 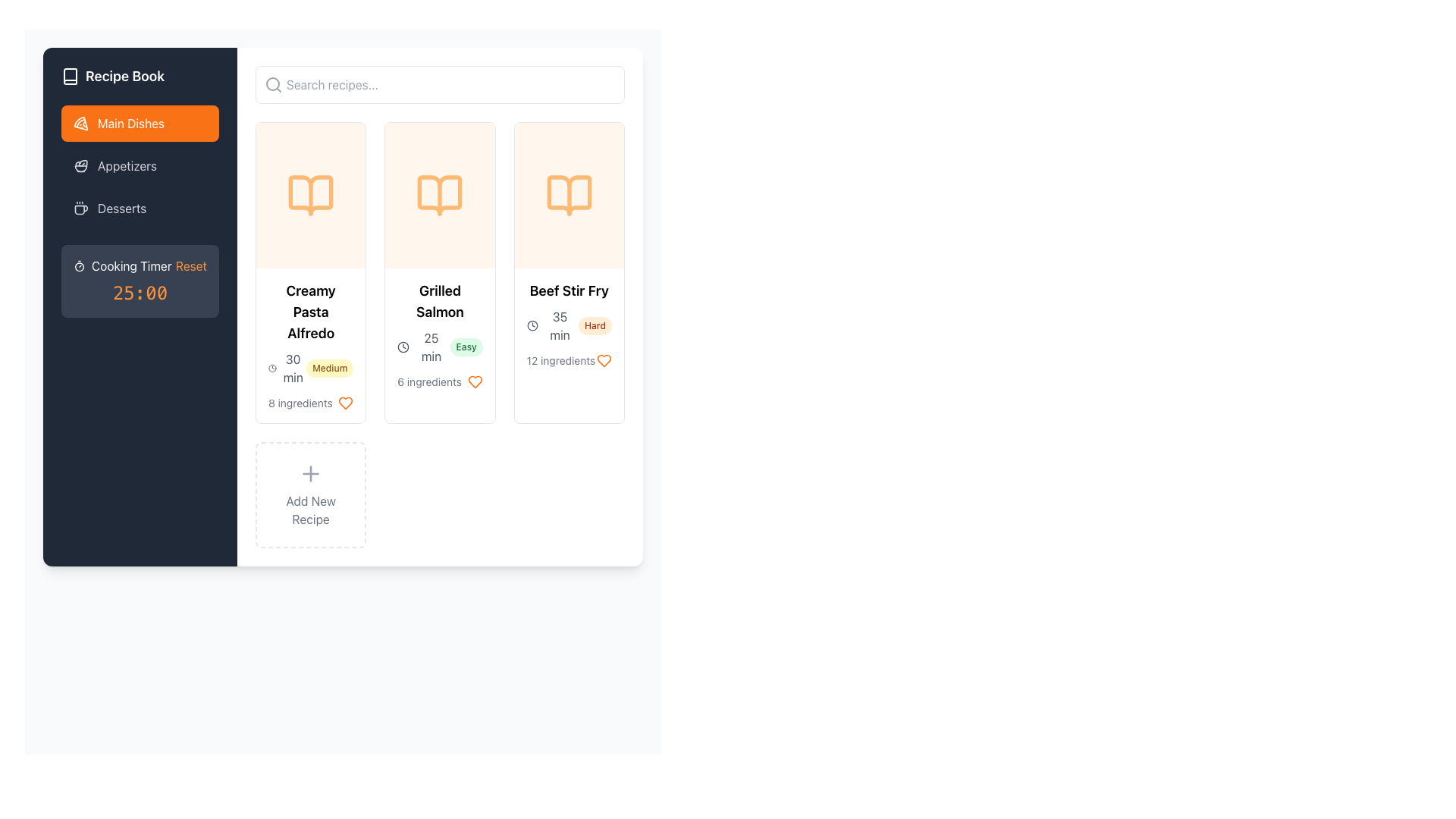 What do you see at coordinates (140, 122) in the screenshot?
I see `the 'Main Dishes' button, which is a vibrant orange button with white text and a pizza slice icon` at bounding box center [140, 122].